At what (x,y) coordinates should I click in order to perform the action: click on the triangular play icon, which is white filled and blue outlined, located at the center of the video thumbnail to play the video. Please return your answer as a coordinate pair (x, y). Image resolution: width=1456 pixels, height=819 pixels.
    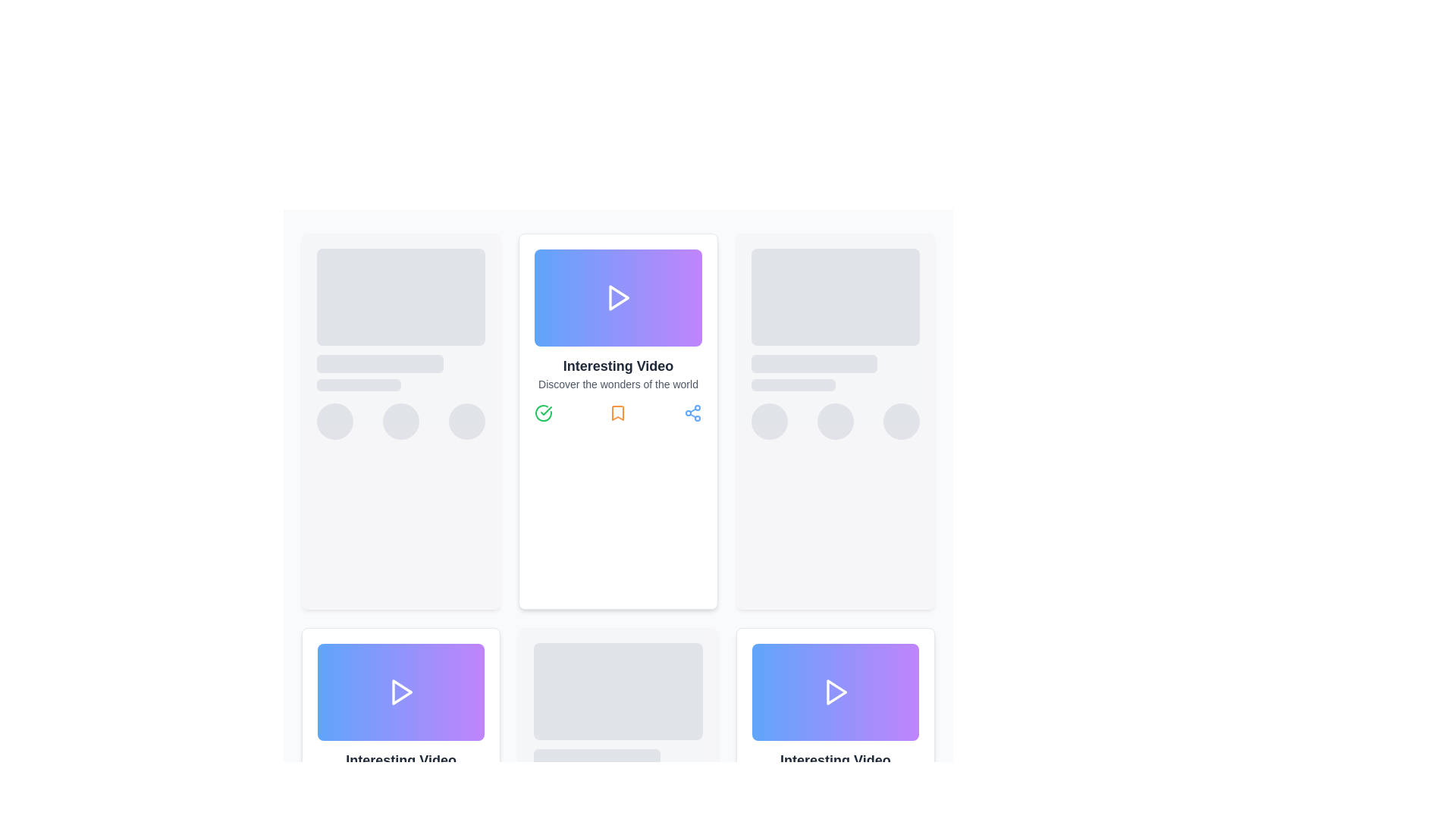
    Looking at the image, I should click on (836, 692).